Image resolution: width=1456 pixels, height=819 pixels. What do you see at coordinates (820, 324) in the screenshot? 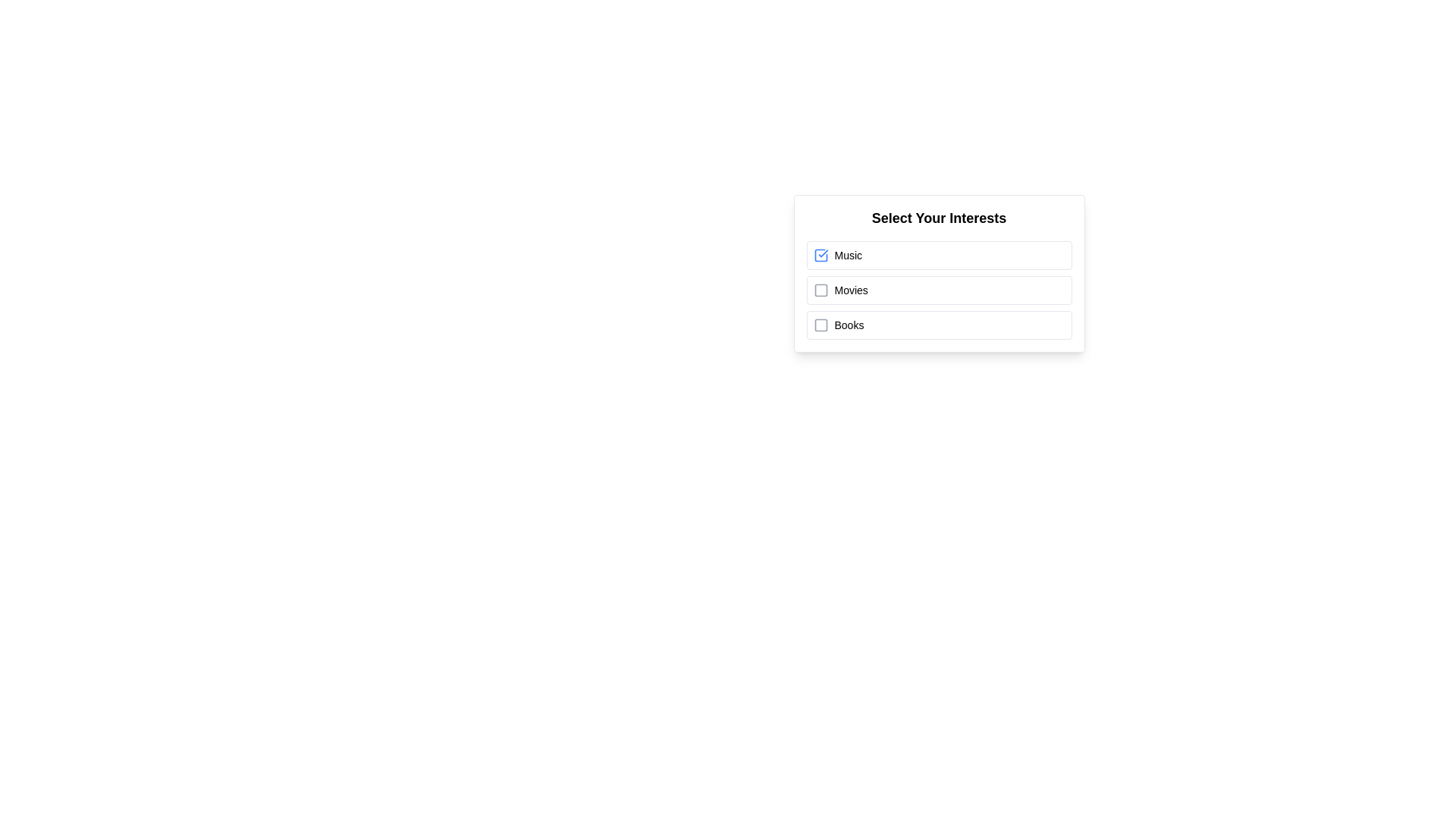
I see `the checkbox located to the left of the 'Books' label, which is a square icon with rounded corners and a visible border` at bounding box center [820, 324].